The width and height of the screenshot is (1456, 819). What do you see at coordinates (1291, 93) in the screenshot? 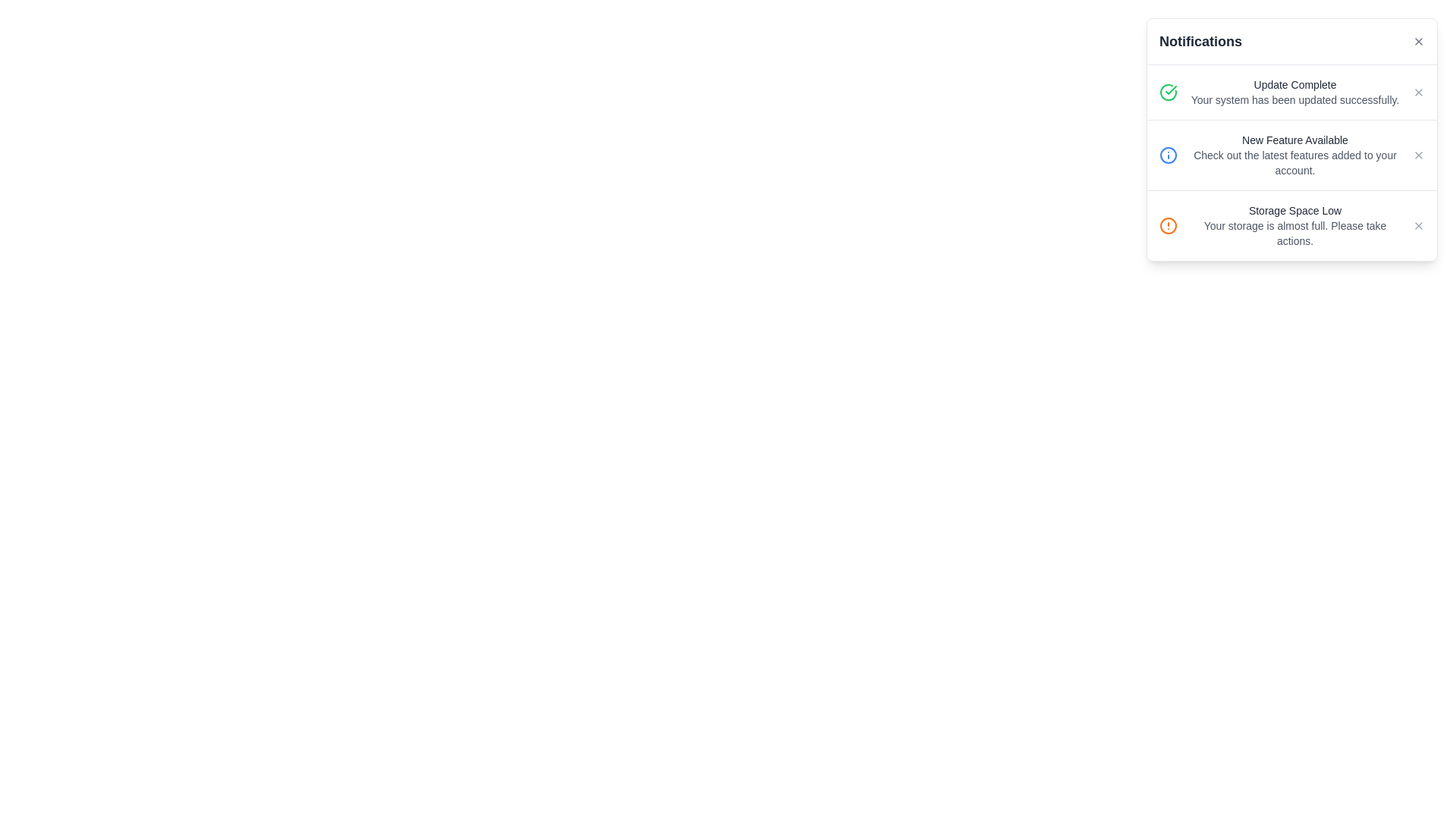
I see `the Notification block titled 'Update Complete'` at bounding box center [1291, 93].